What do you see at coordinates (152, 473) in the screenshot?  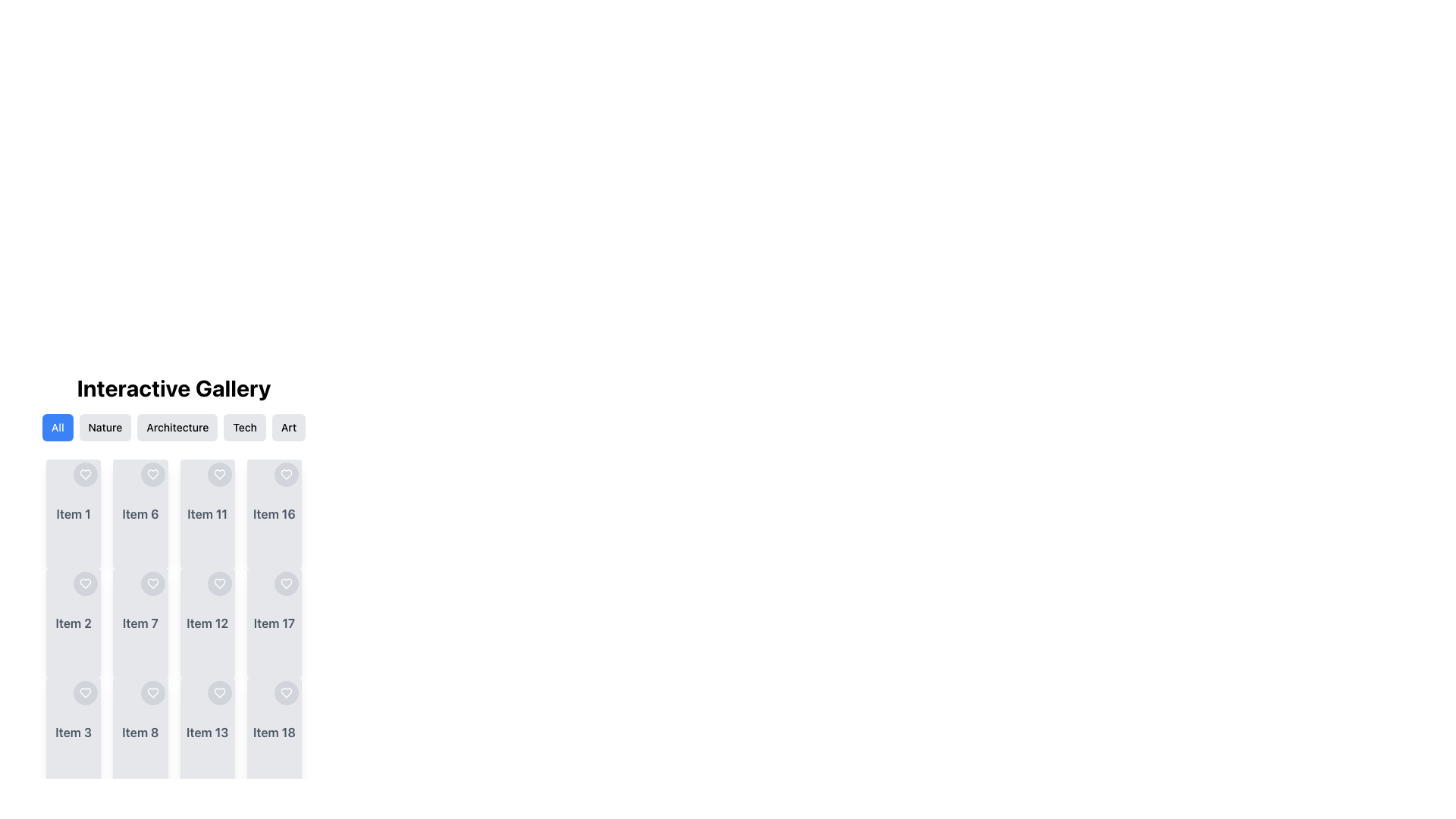 I see `the heart outline icon, which is the sixth item in the gallery interface` at bounding box center [152, 473].